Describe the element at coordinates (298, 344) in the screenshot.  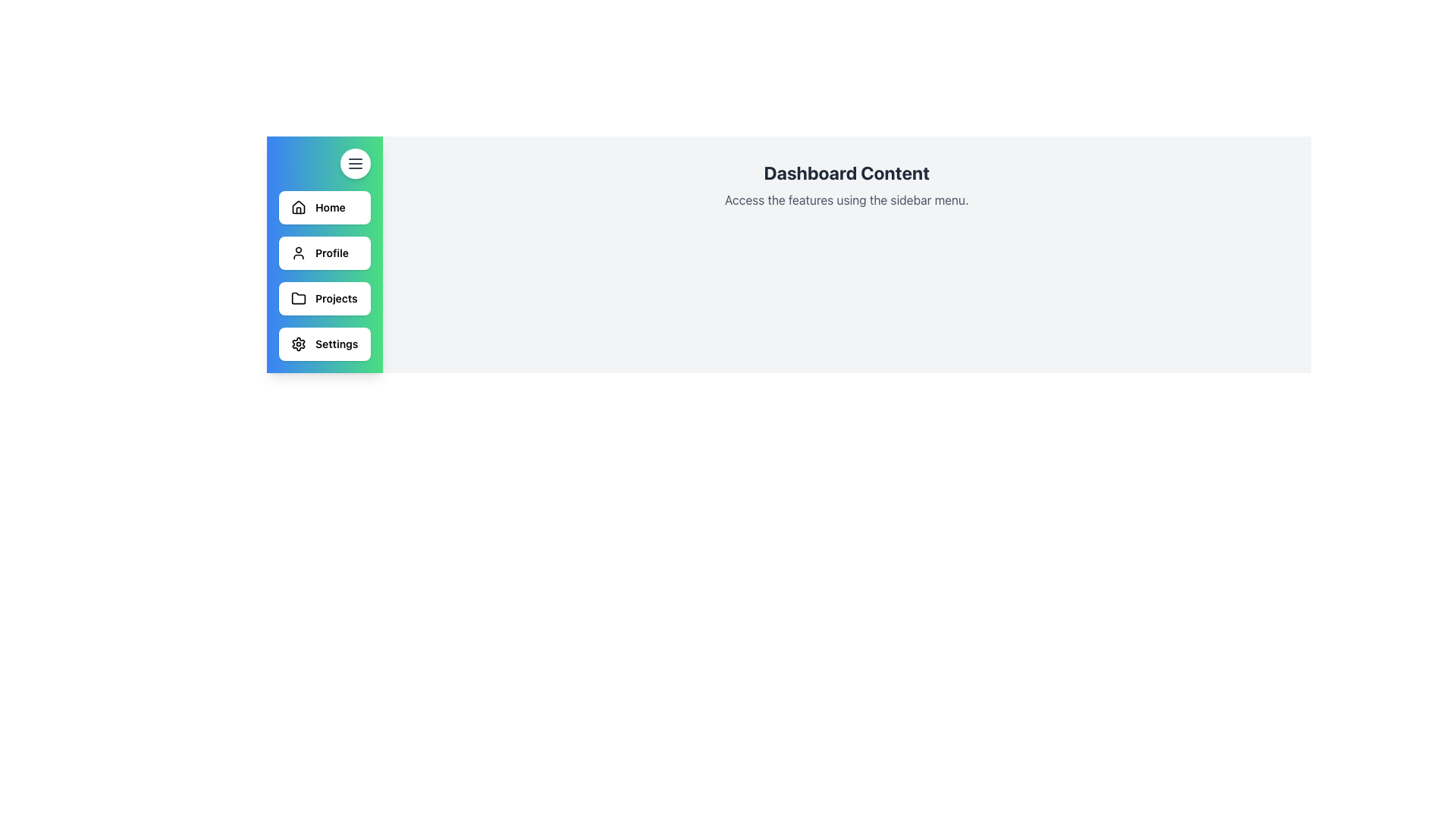
I see `the gear-shaped icon that represents settings in the sidebar navigation` at that location.